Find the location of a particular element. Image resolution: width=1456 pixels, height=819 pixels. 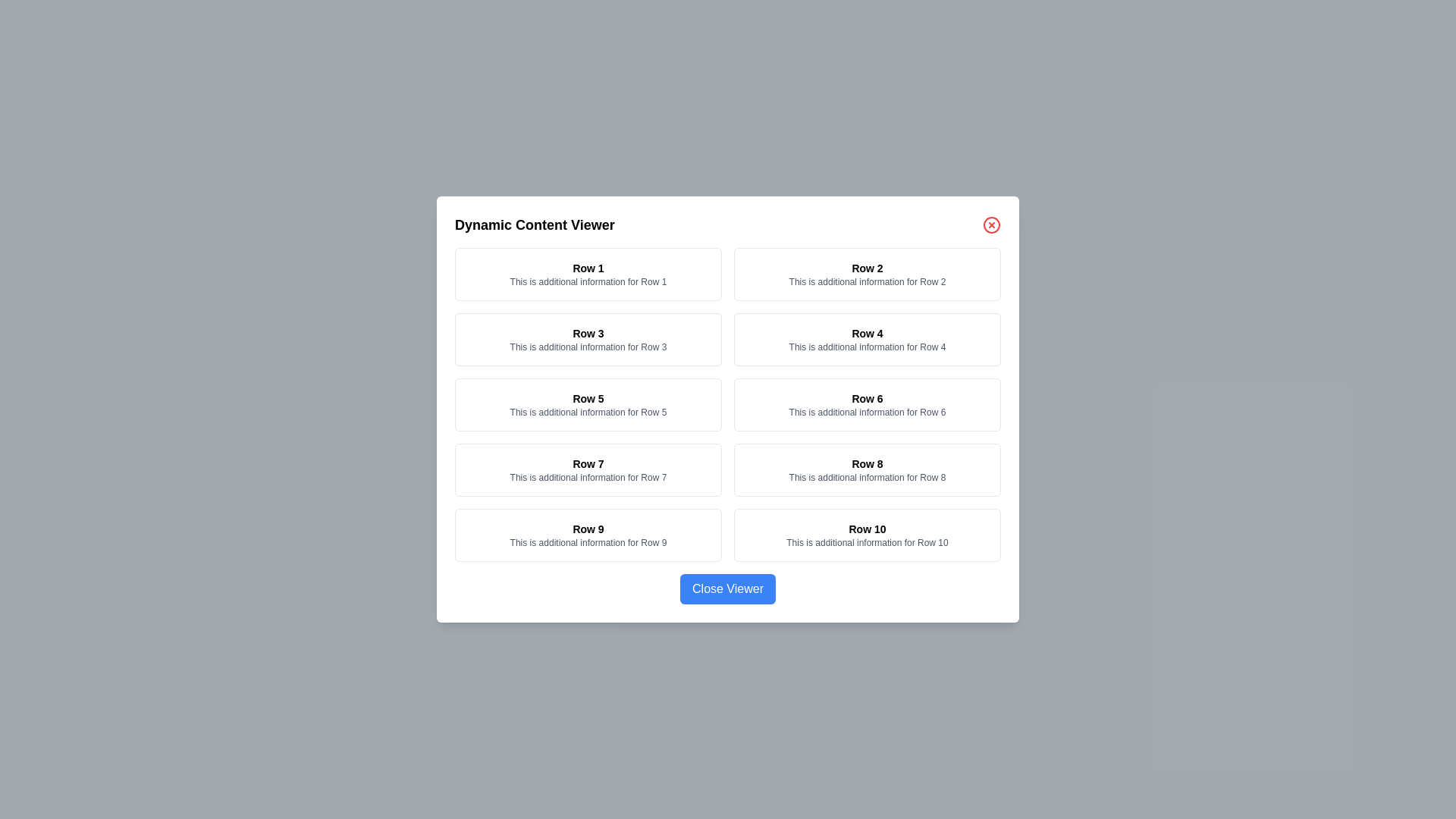

the close button at the top right of the dialog is located at coordinates (992, 225).